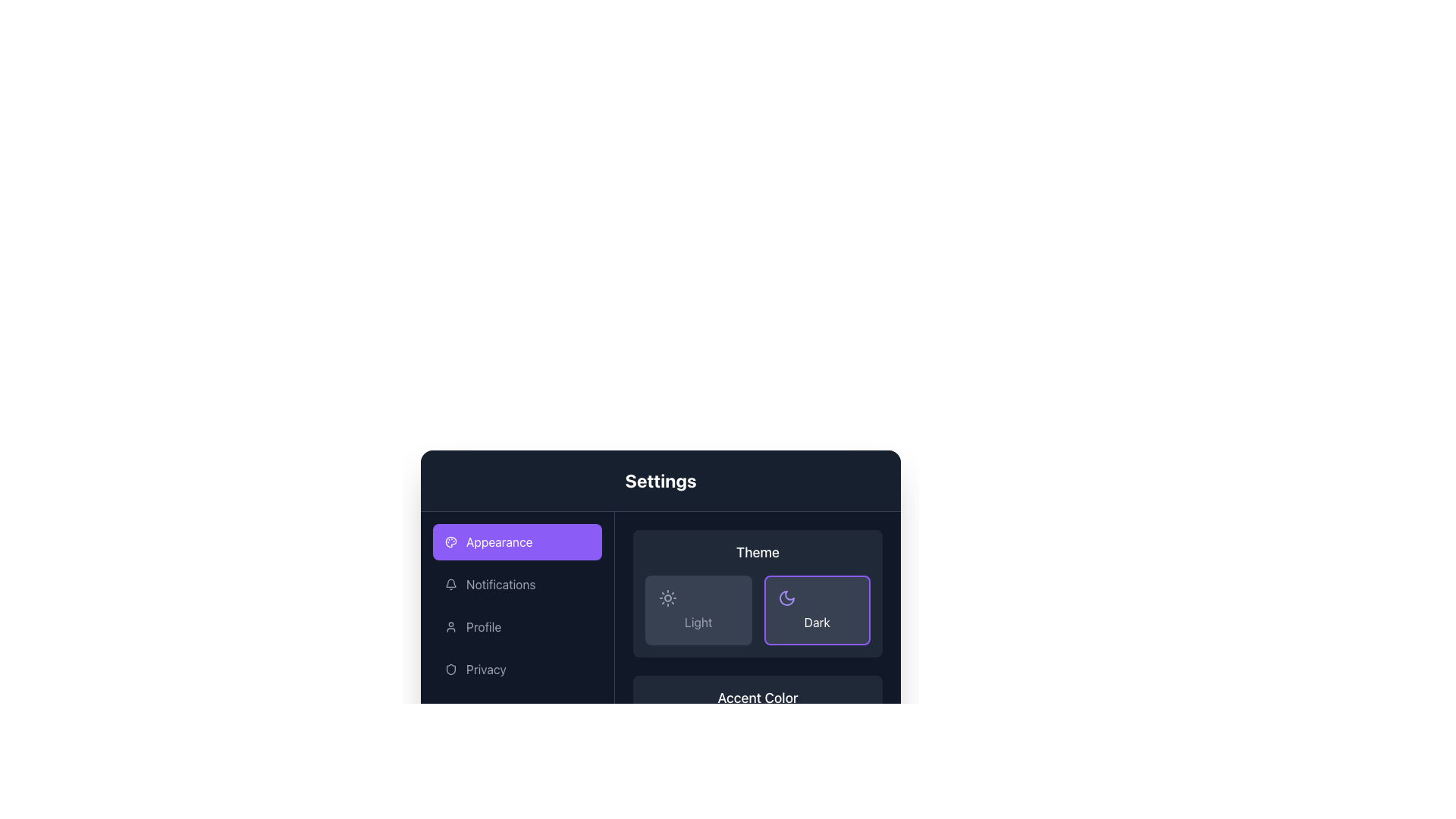  What do you see at coordinates (483, 626) in the screenshot?
I see `text label displaying 'Profile', which is styled with a gray font color and is part of a vertical menu located between 'Notifications' and 'Privacy'` at bounding box center [483, 626].